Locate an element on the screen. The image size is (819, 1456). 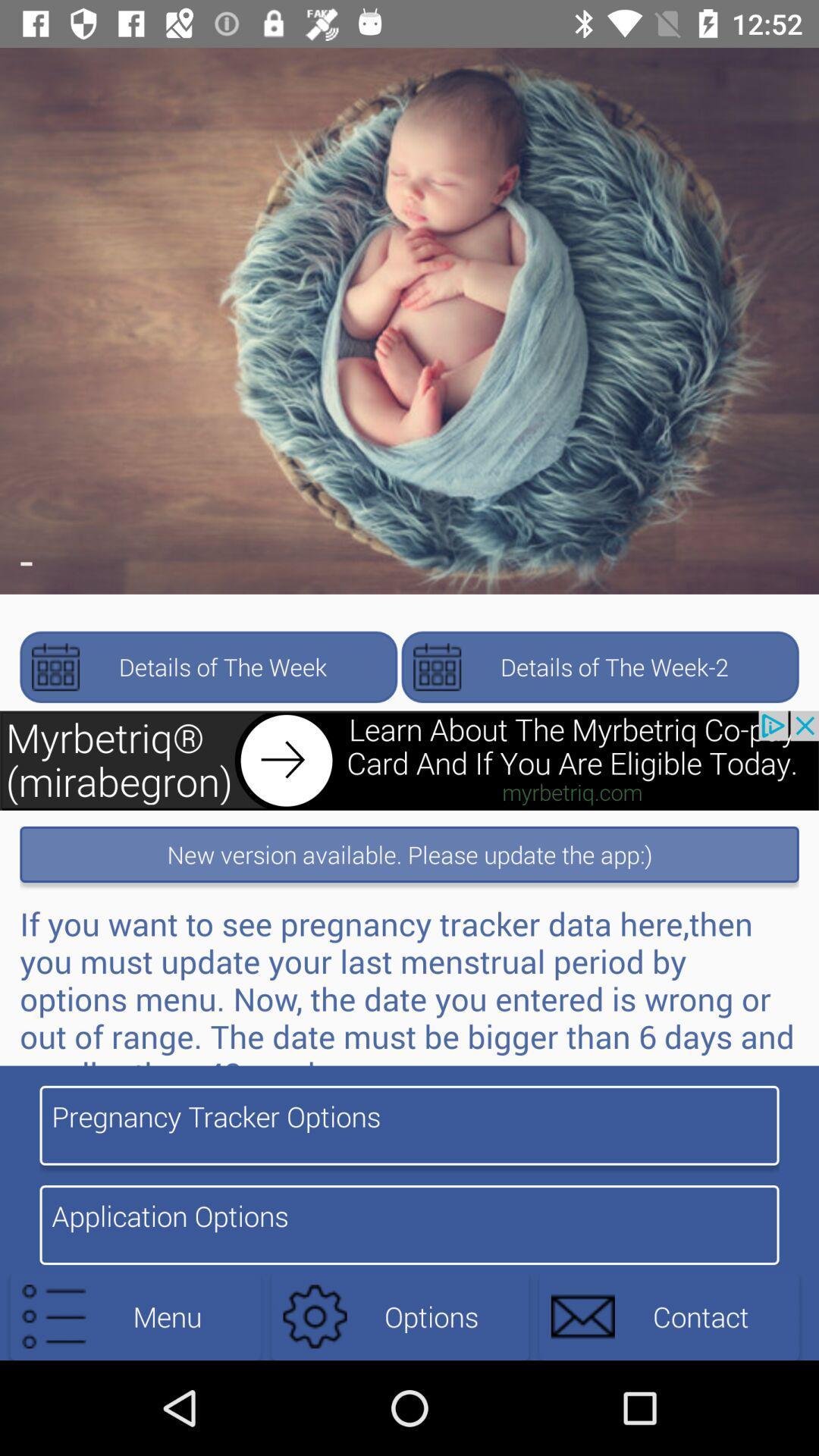
menu and its icon is located at coordinates (134, 1316).